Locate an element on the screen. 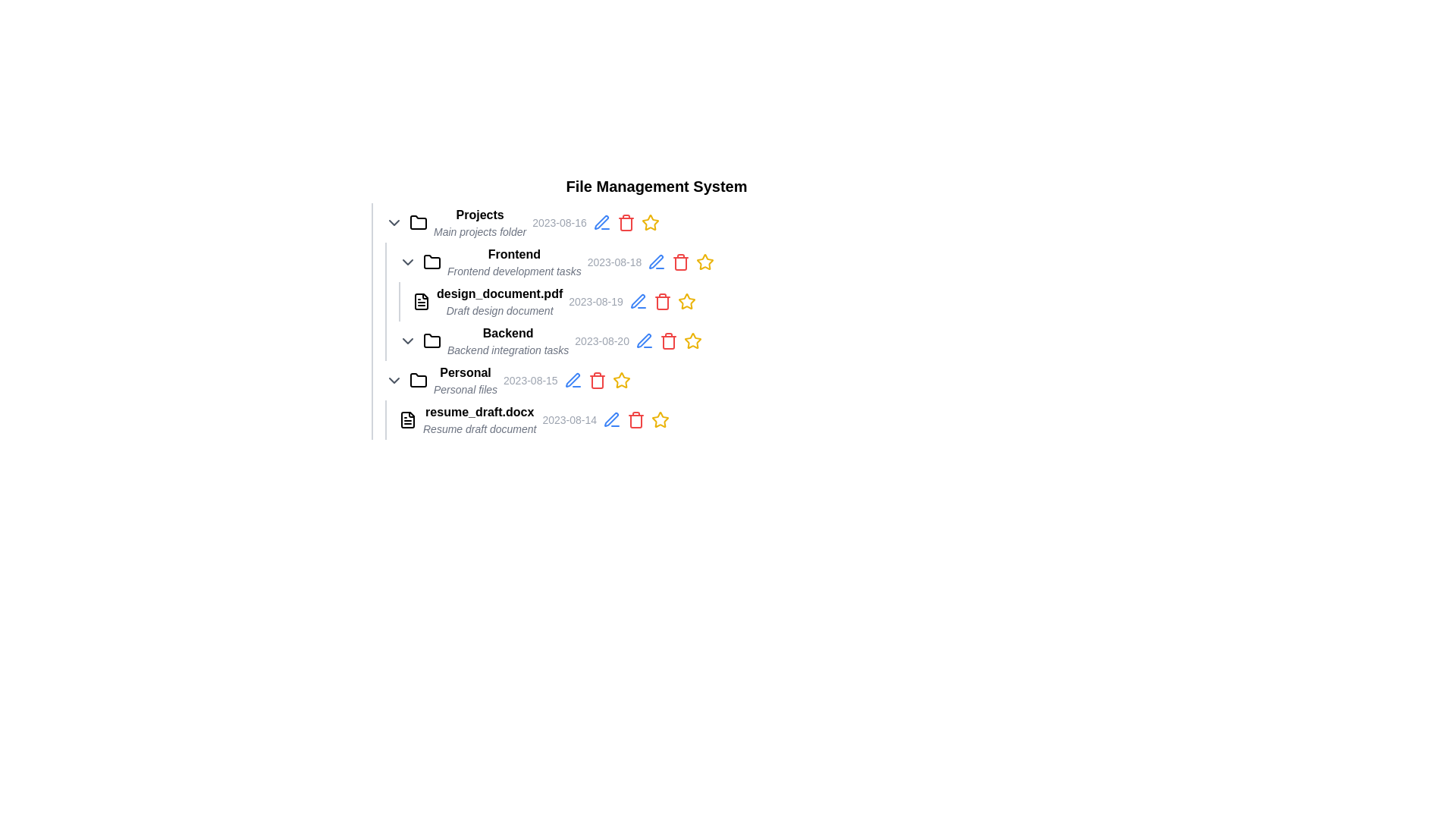  the yellow star icon located at the far right of the 'resume_draft.docx' file entry is located at coordinates (692, 340).